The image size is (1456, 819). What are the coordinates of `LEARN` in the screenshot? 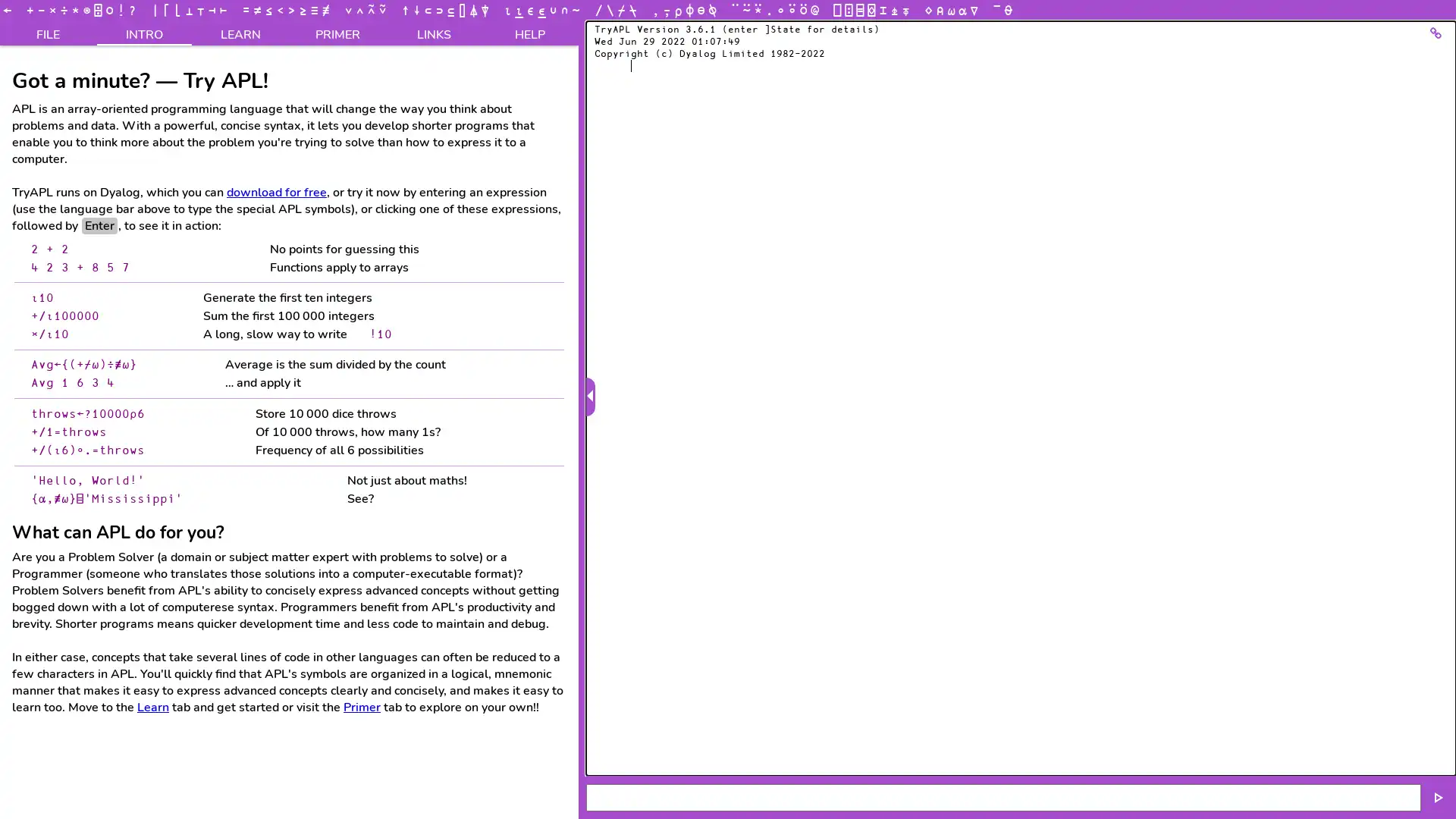 It's located at (240, 33).